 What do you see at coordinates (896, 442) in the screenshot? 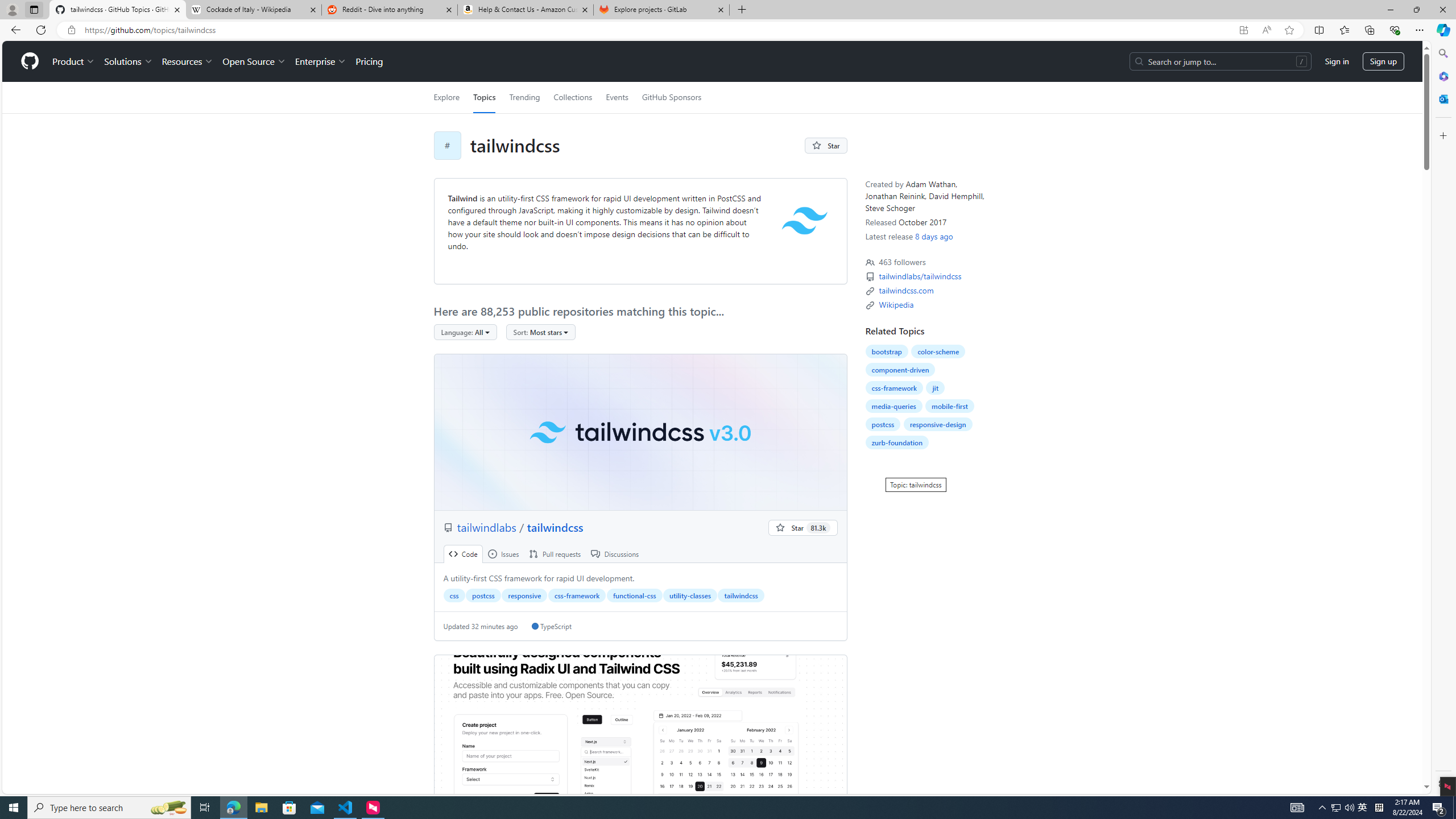
I see `'zurb-foundation'` at bounding box center [896, 442].